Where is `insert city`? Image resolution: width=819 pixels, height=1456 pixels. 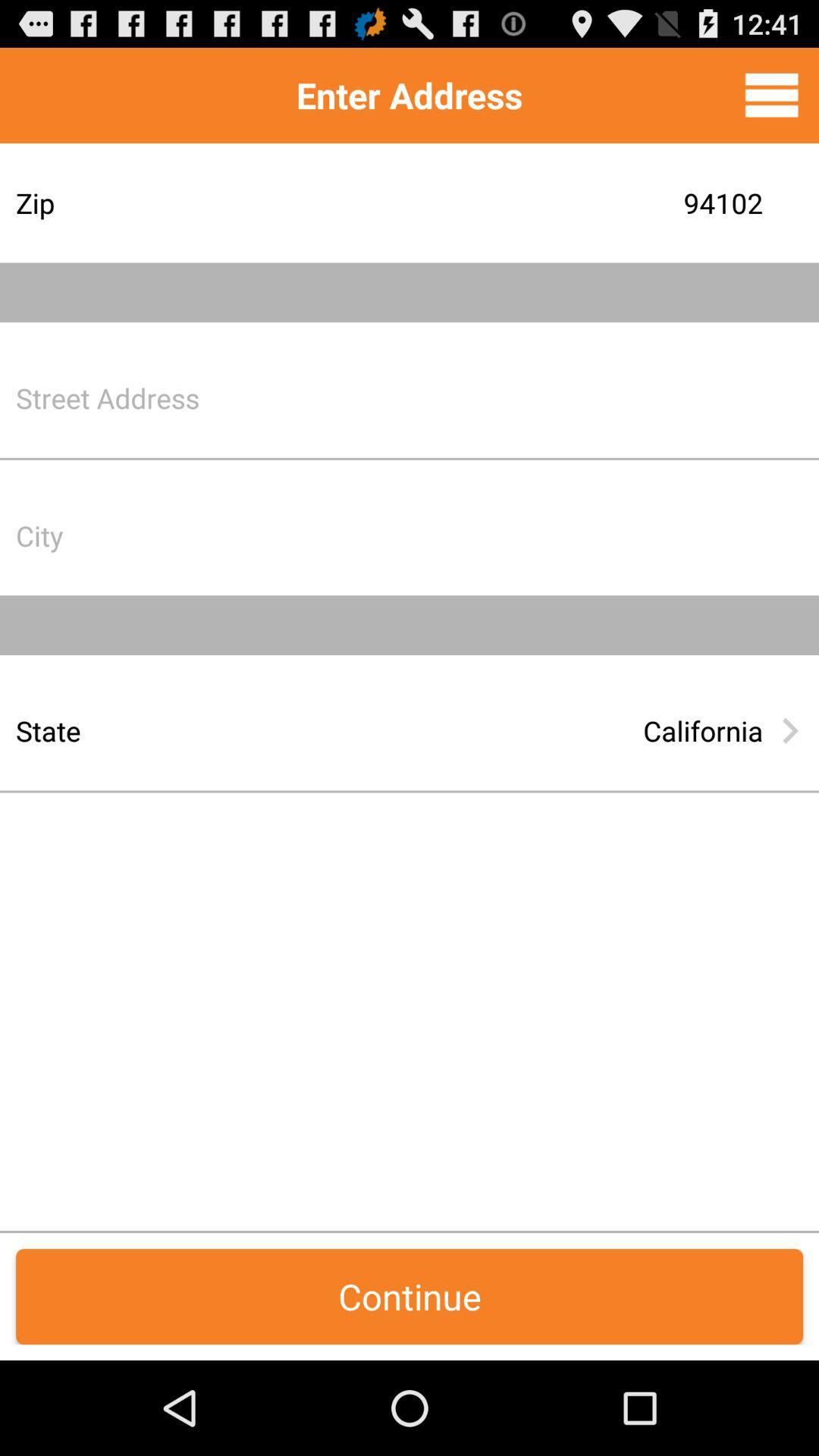
insert city is located at coordinates (526, 535).